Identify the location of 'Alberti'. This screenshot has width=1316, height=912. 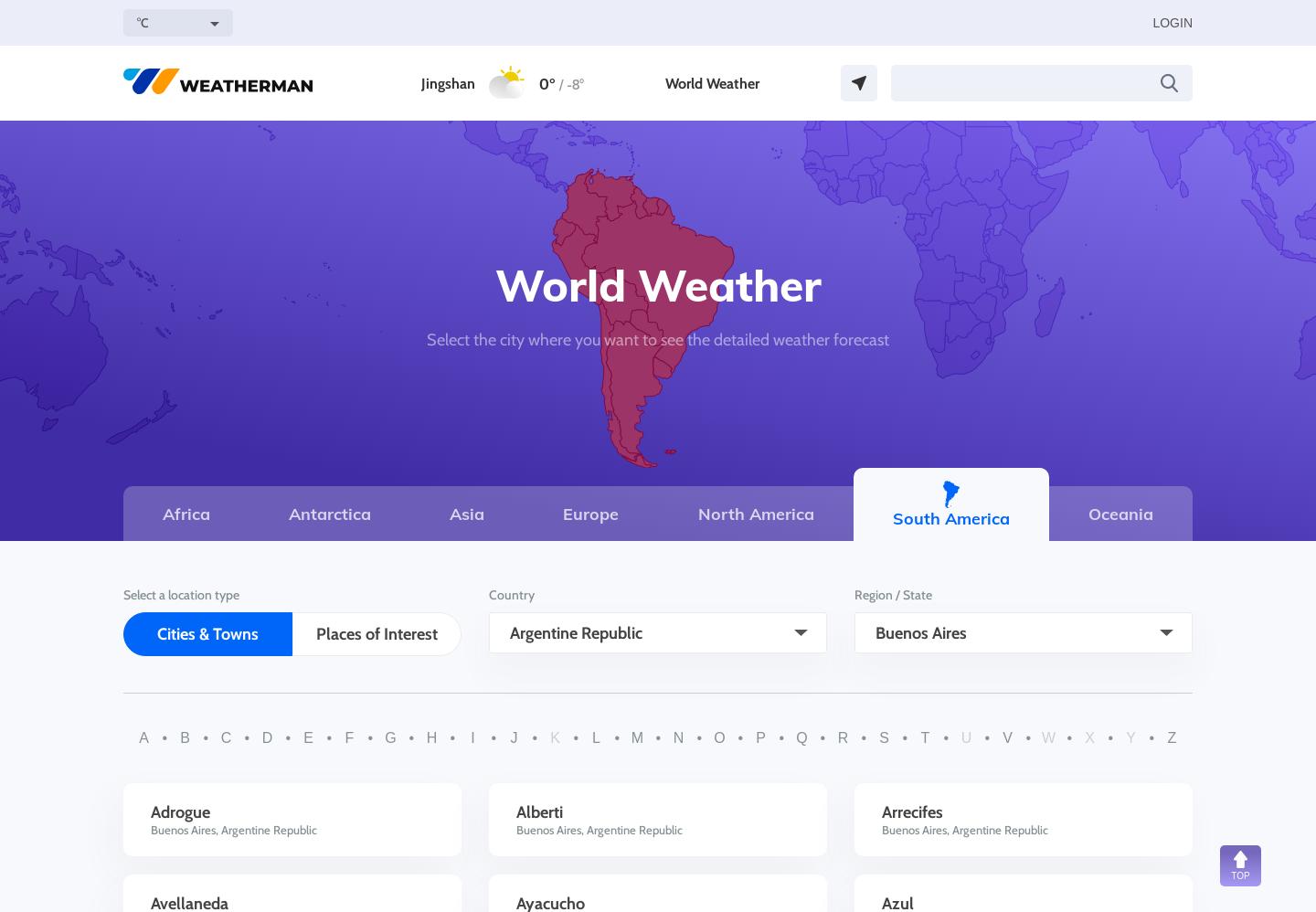
(538, 811).